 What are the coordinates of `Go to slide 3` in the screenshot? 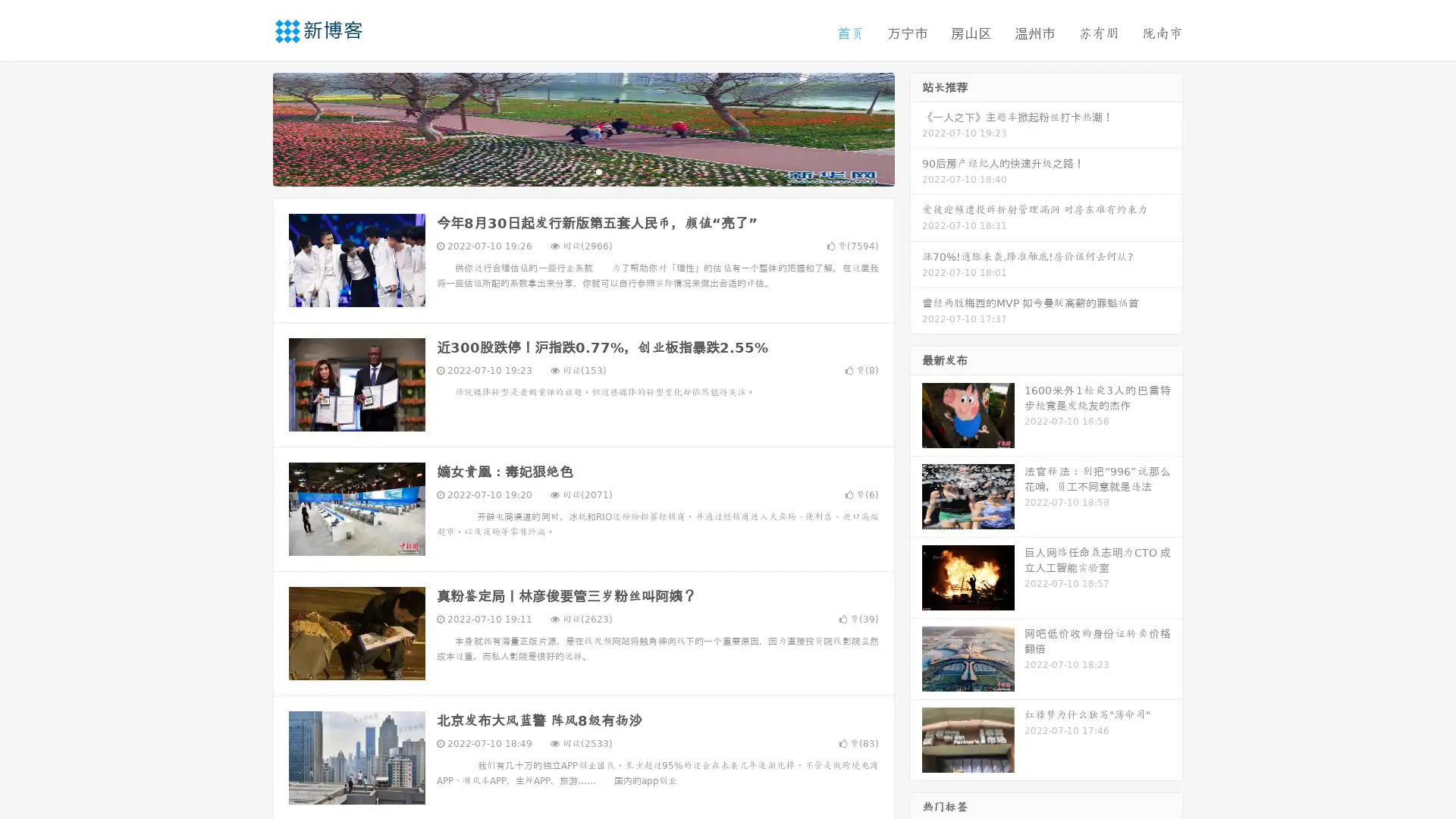 It's located at (598, 171).